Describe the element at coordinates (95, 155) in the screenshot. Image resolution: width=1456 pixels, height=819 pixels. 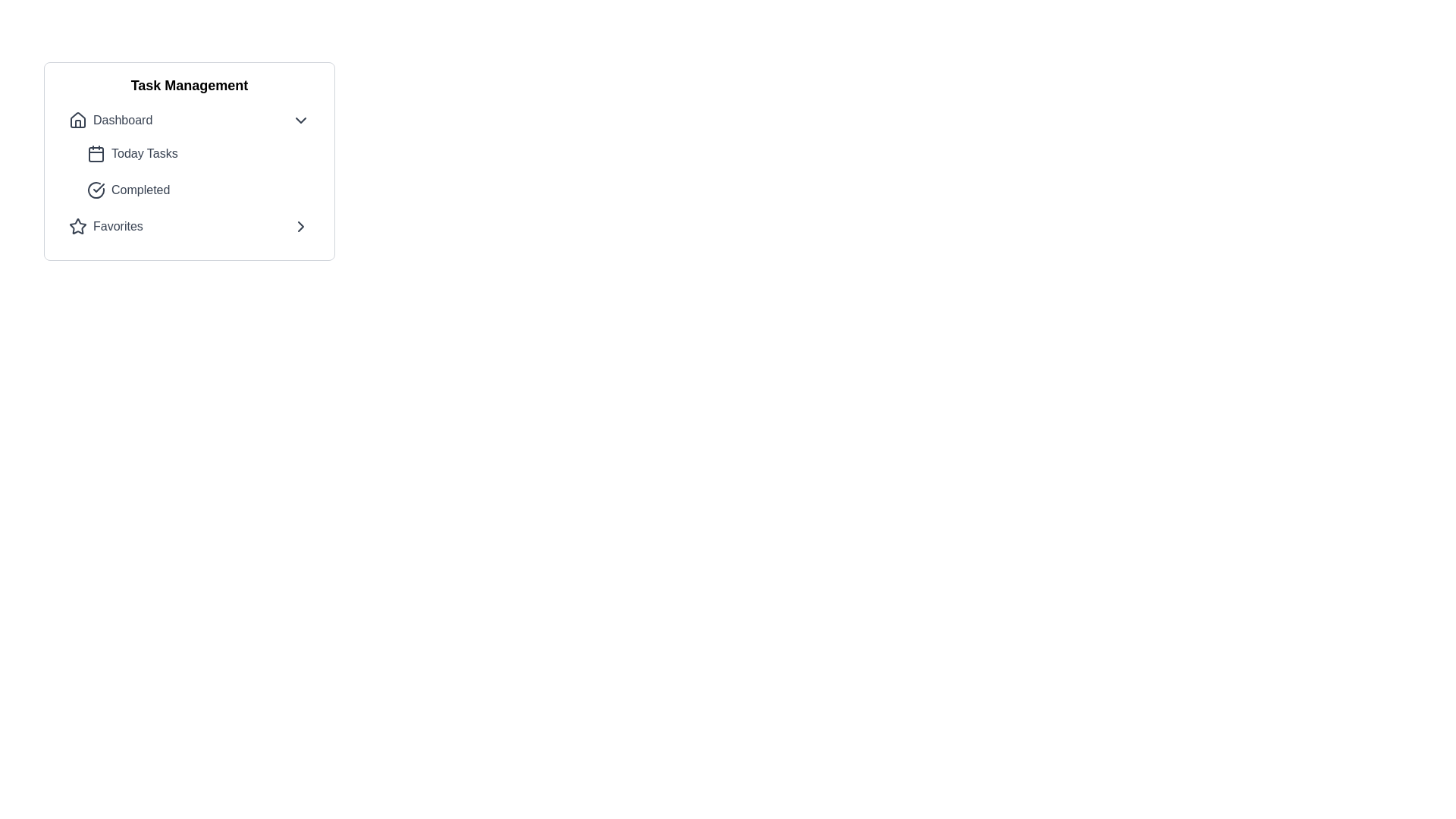
I see `the graphical component representing the main body of the calendar icon located in the sidebar menu, positioned to the left of the 'Today Tasks' menu label` at that location.